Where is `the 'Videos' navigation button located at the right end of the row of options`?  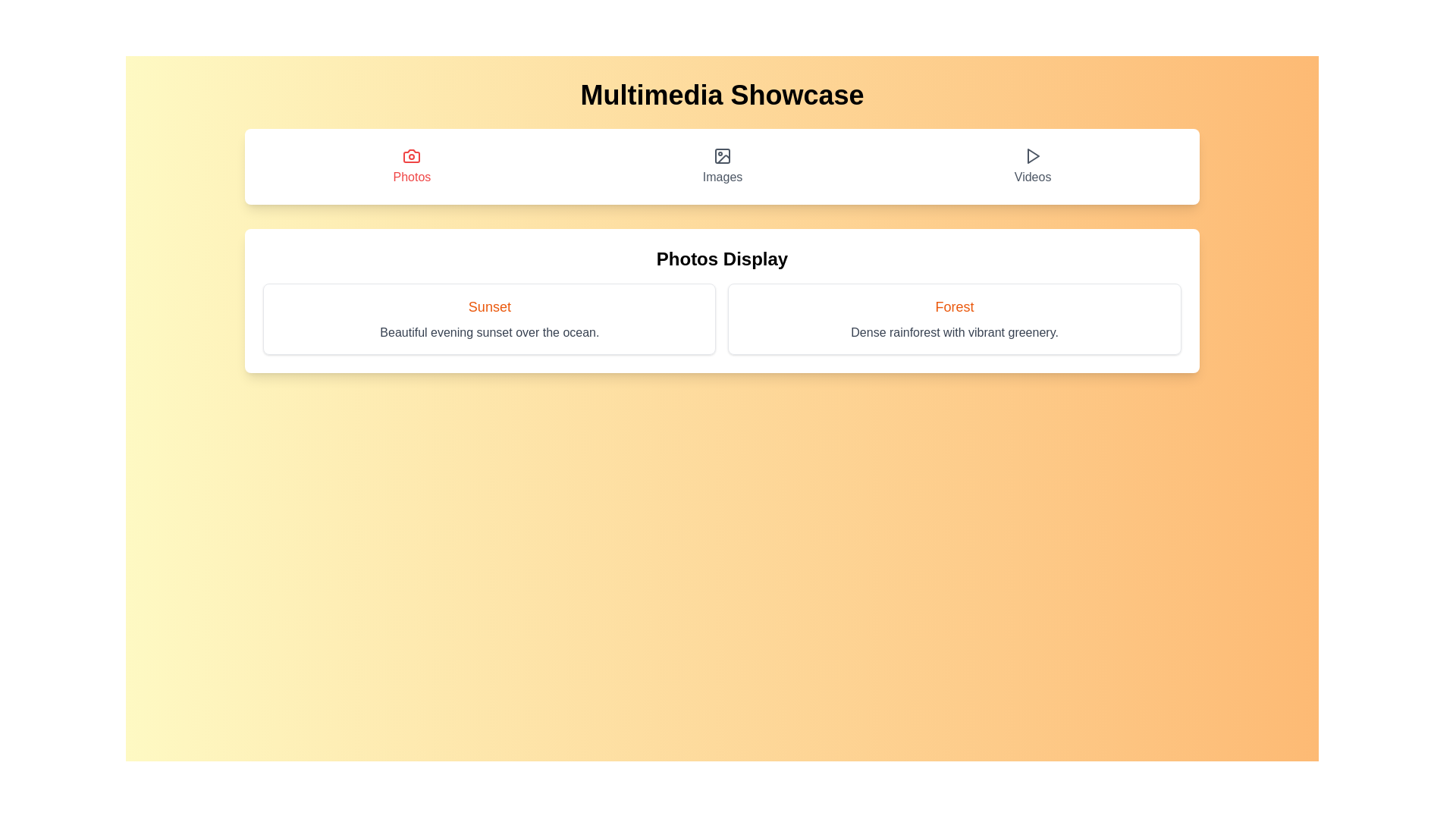 the 'Videos' navigation button located at the right end of the row of options is located at coordinates (1032, 166).